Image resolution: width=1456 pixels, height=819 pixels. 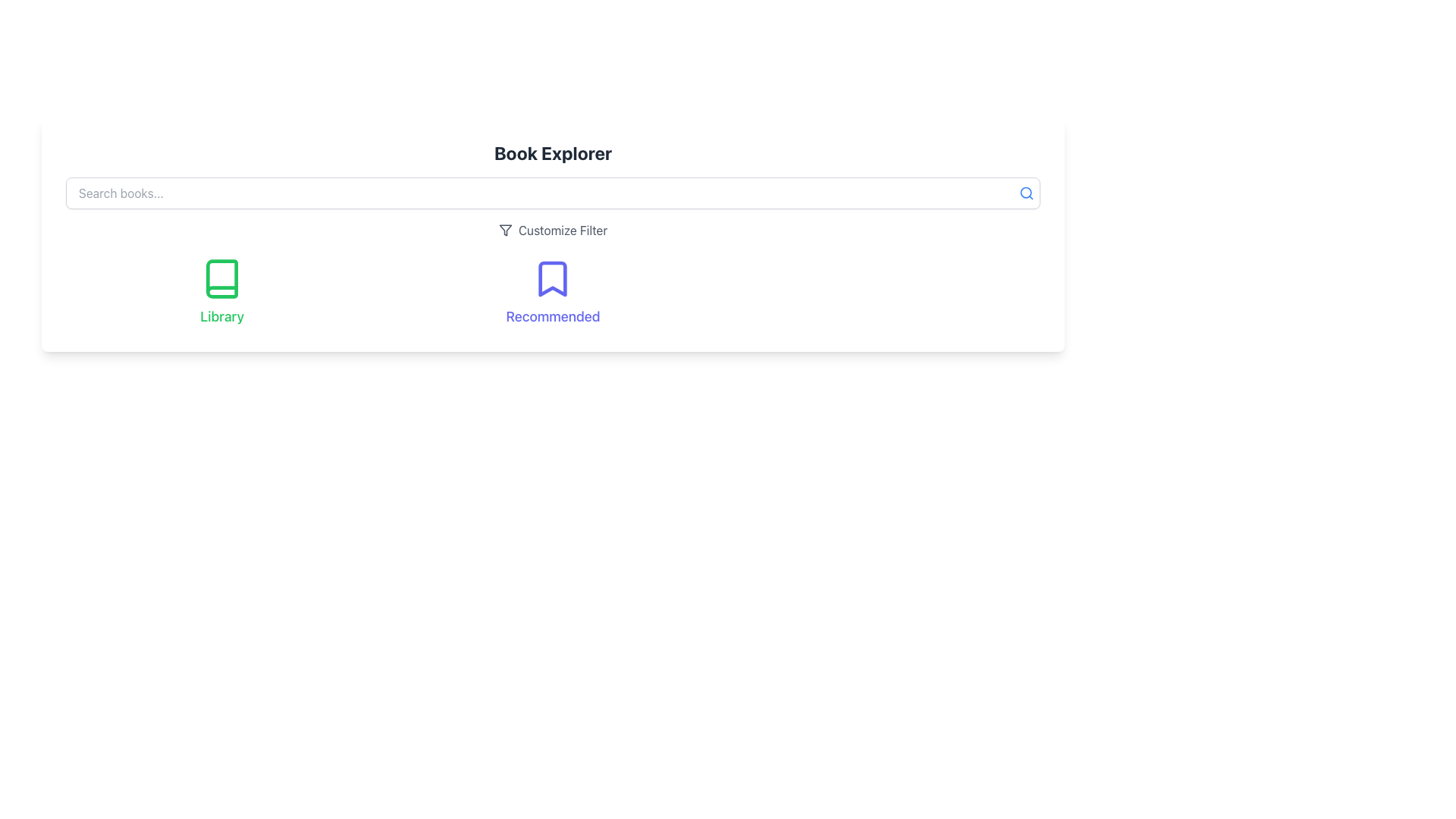 What do you see at coordinates (552, 292) in the screenshot?
I see `the interactive label with an indigo-colored bookmark icon and the text 'Recommended' to trigger the hover effect` at bounding box center [552, 292].